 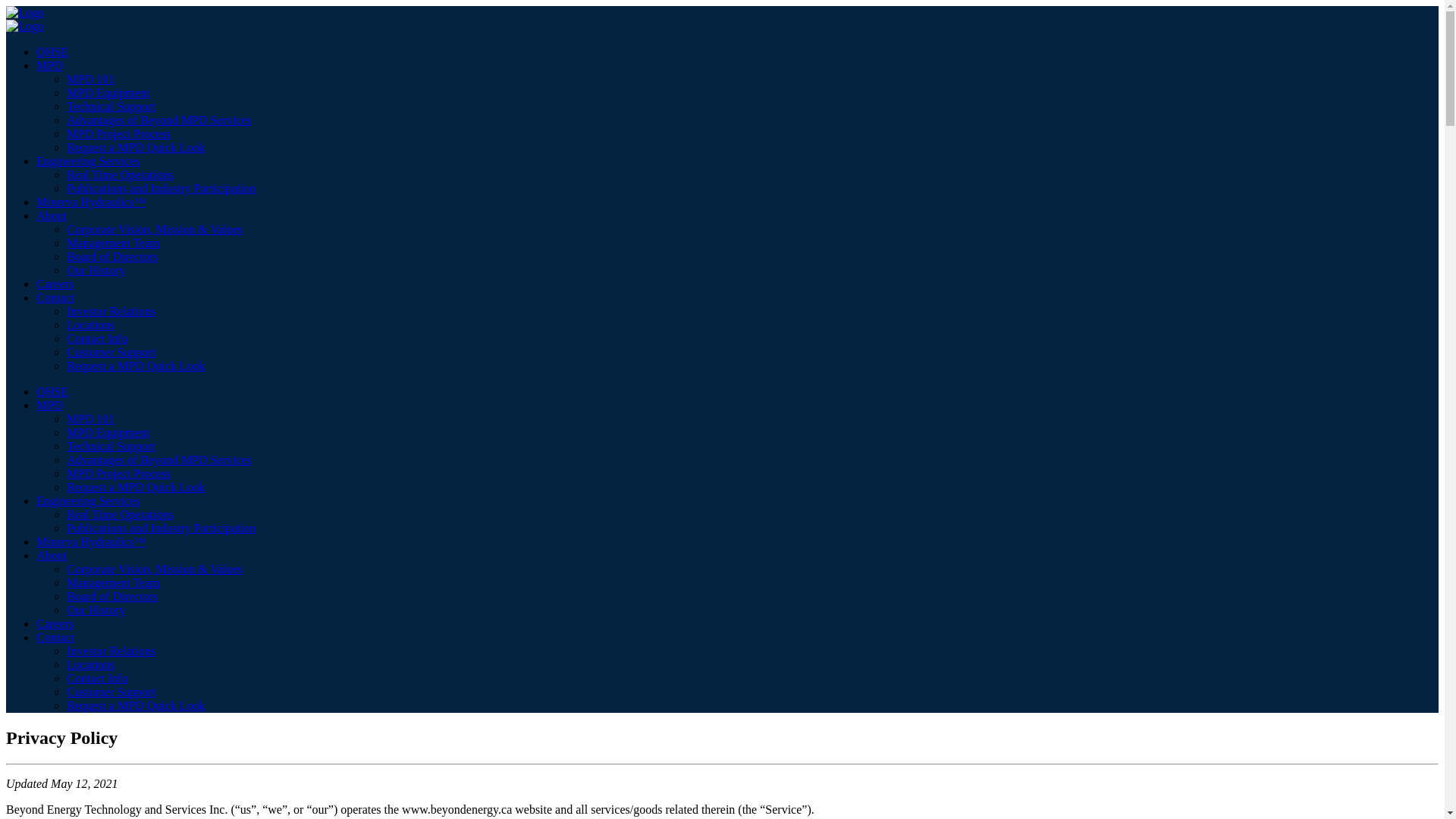 What do you see at coordinates (36, 500) in the screenshot?
I see `'Engineering Services'` at bounding box center [36, 500].